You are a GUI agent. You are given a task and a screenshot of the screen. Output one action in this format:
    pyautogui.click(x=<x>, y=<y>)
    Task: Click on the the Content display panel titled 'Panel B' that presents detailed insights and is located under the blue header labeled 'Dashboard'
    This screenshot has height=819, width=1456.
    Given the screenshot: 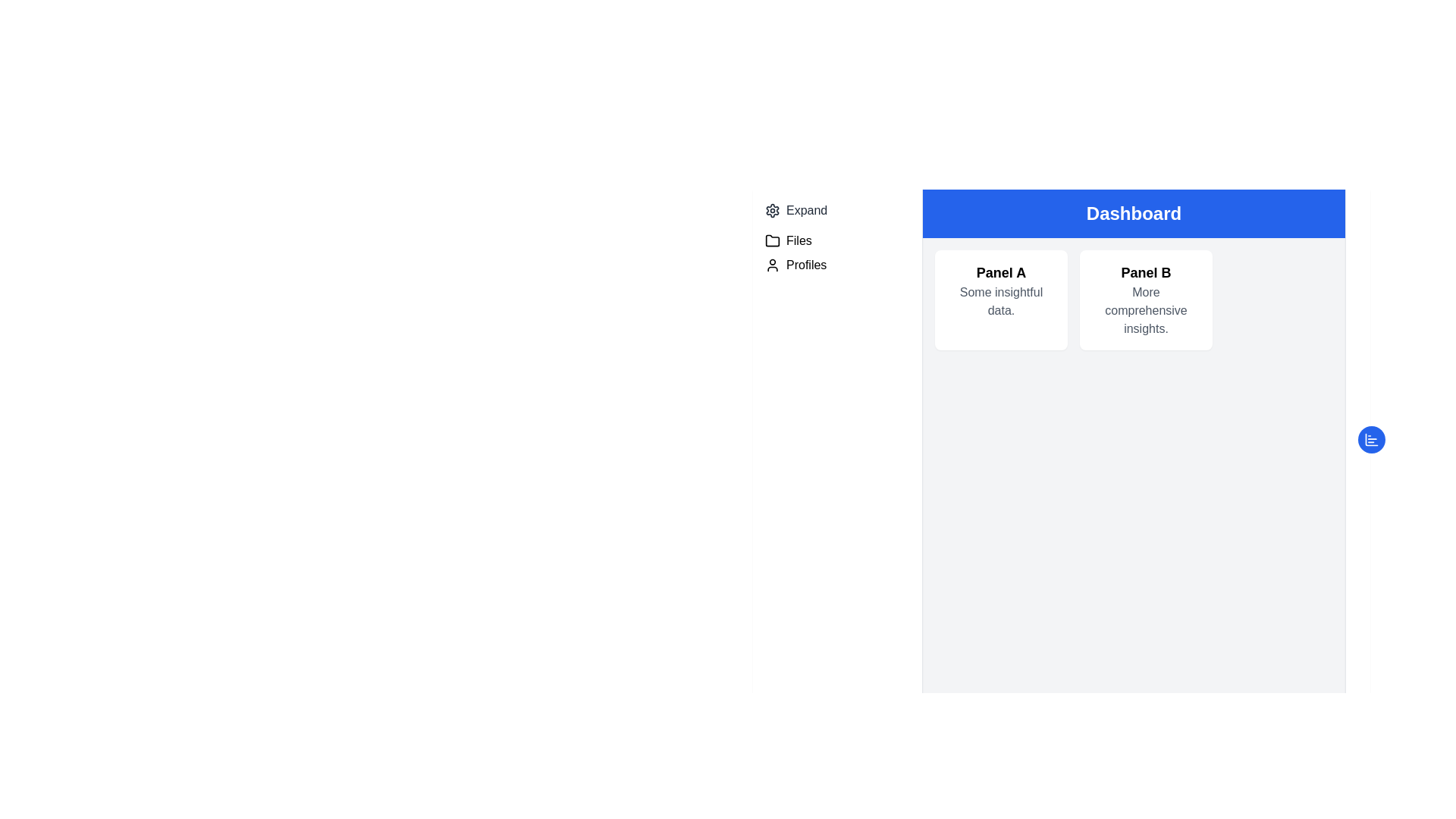 What is the action you would take?
    pyautogui.click(x=1134, y=300)
    